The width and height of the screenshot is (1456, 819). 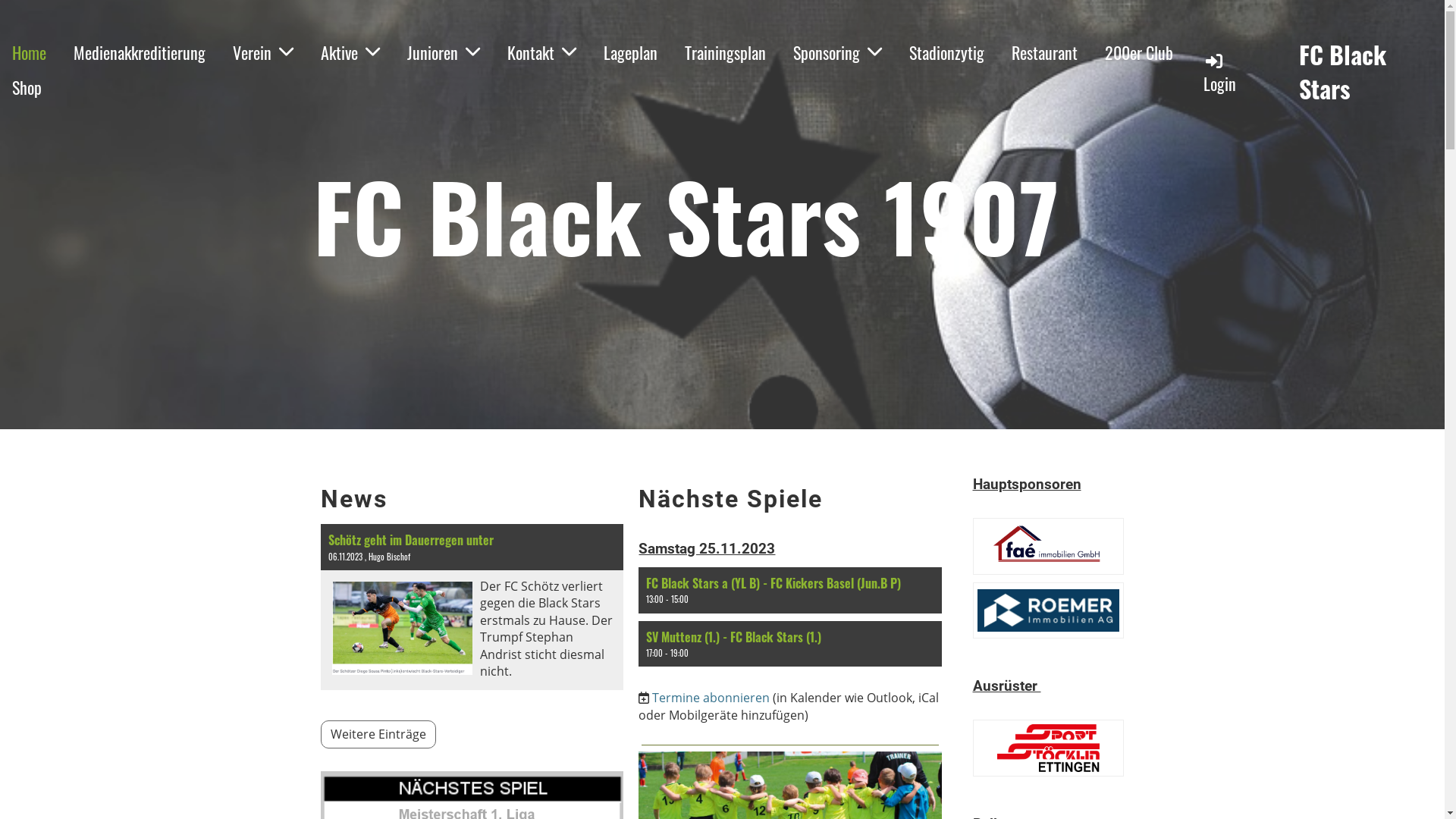 I want to click on 'Verein', so click(x=262, y=52).